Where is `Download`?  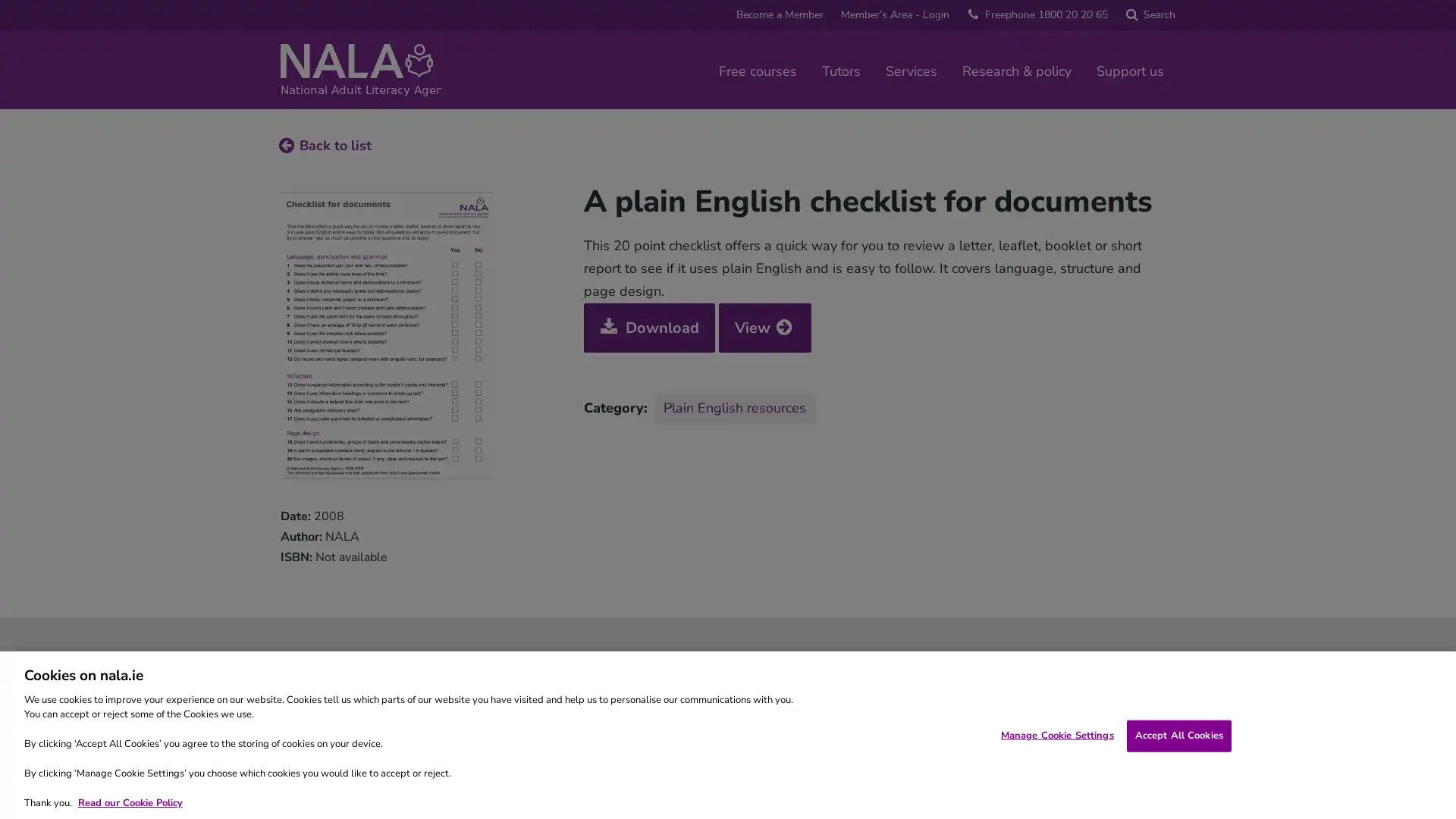 Download is located at coordinates (648, 327).